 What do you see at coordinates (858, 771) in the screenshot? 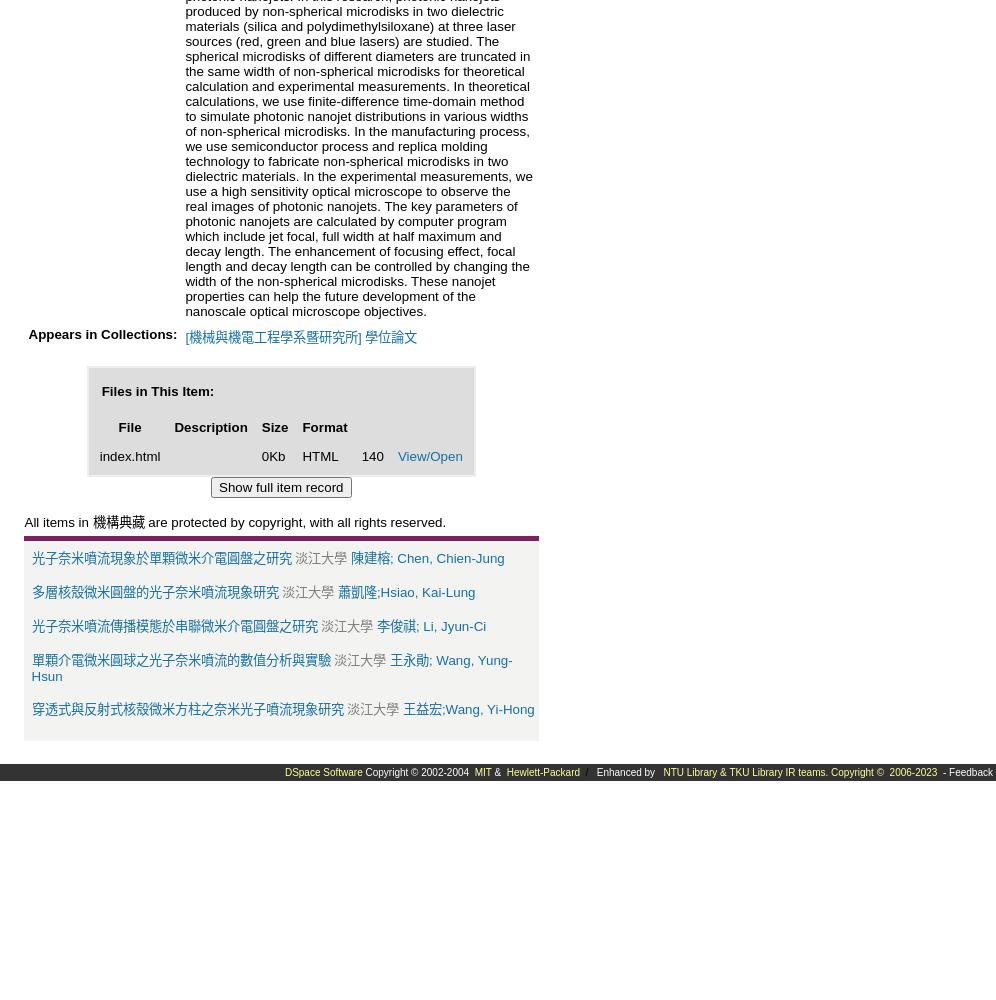
I see `'Copyright ©'` at bounding box center [858, 771].